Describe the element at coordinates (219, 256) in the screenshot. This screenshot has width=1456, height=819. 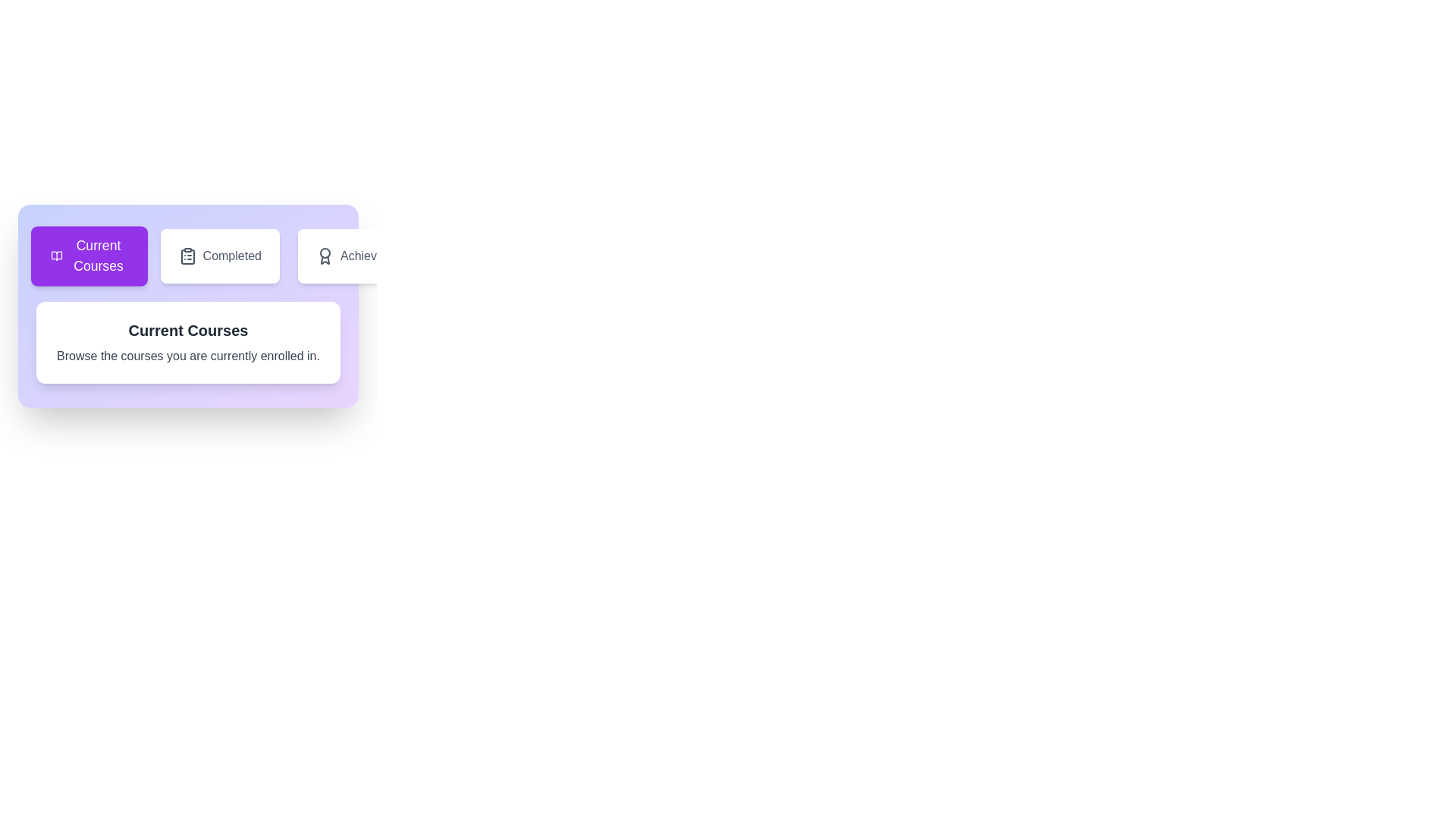
I see `the tab labeled Completed by clicking on it` at that location.